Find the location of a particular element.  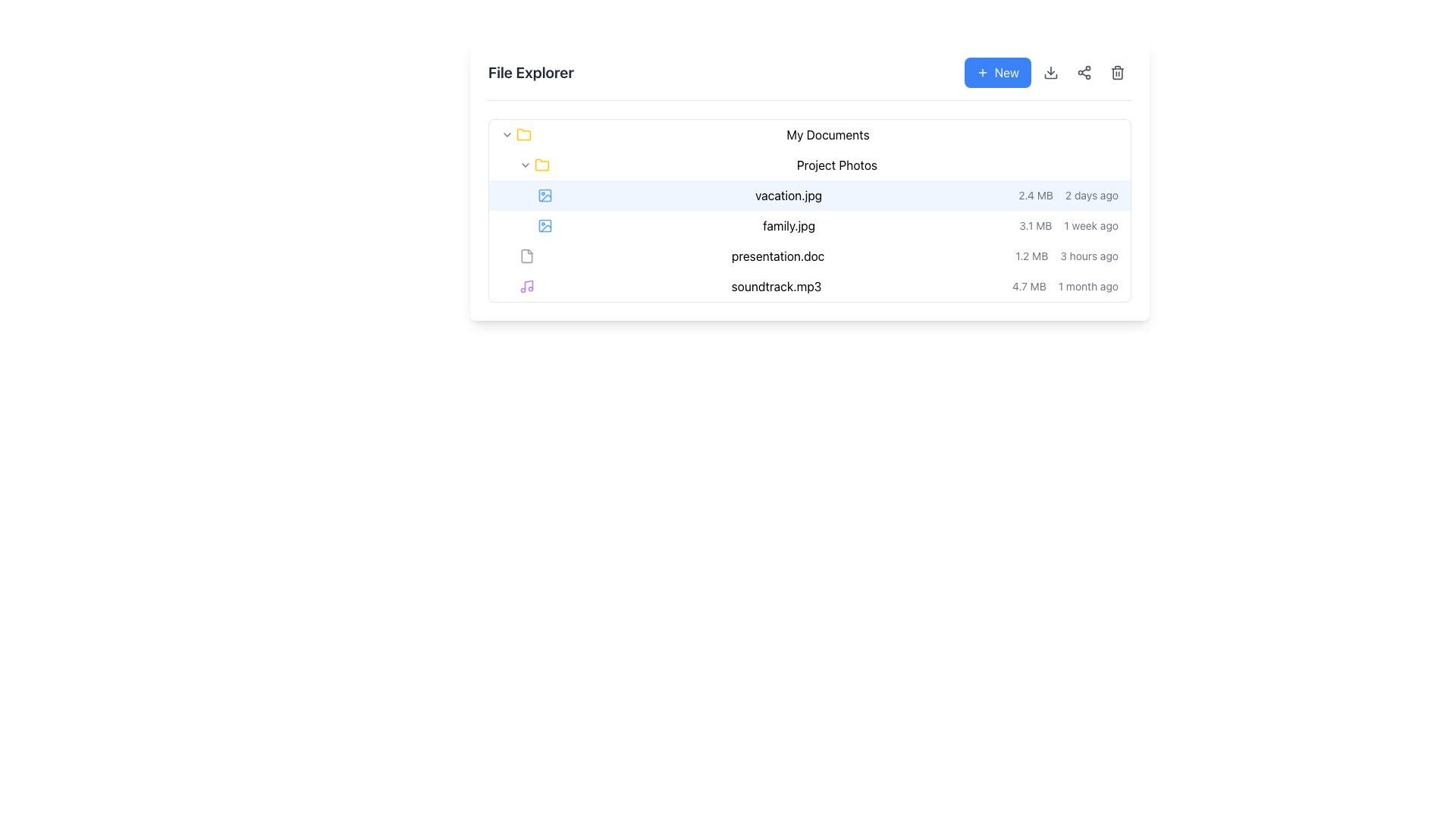

the informational Text label indicating the size of the file located in the second row of the file explorer interface, positioned between the 'family.jpg' file name and the date label '1 week ago' is located at coordinates (1034, 225).